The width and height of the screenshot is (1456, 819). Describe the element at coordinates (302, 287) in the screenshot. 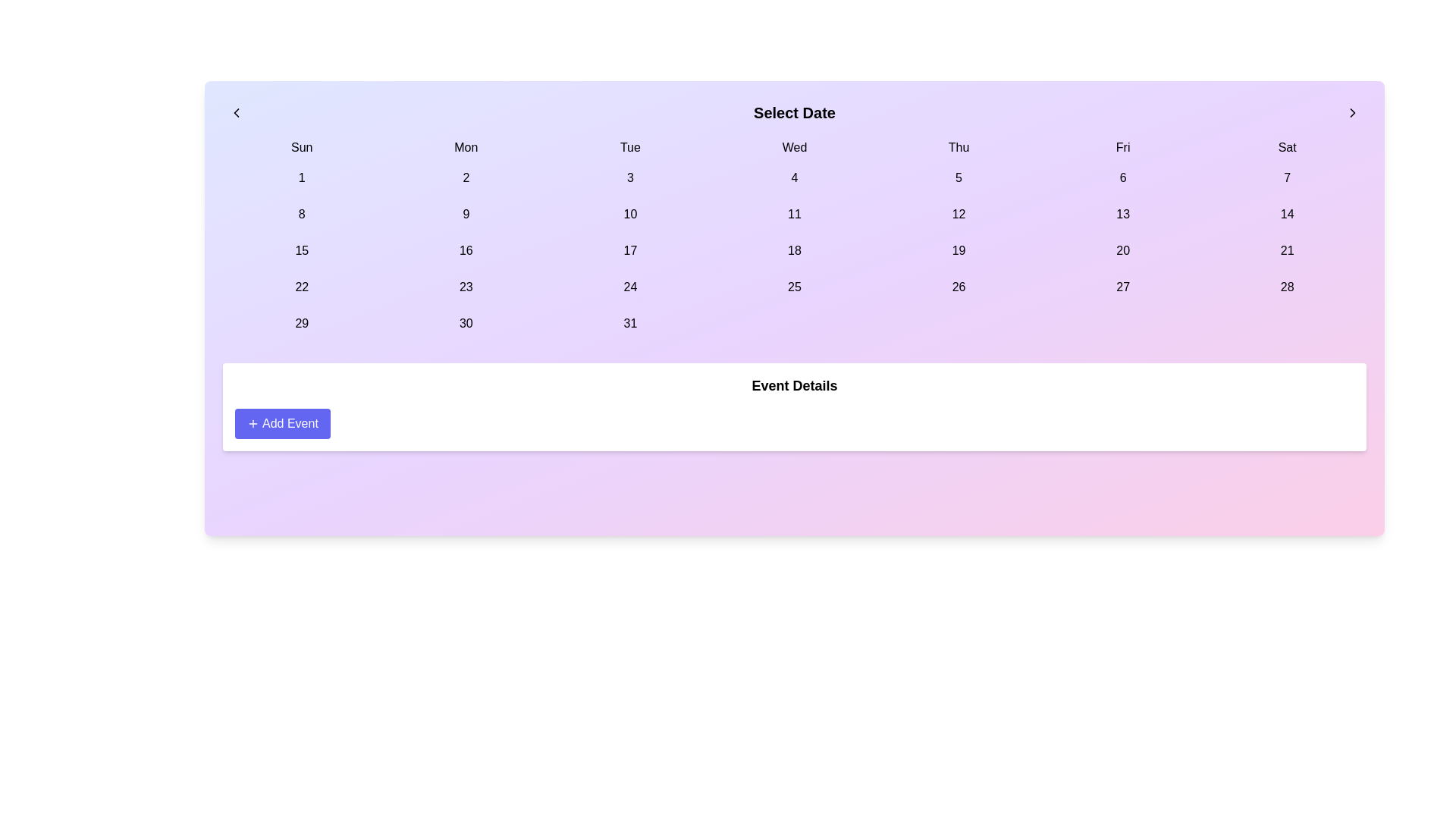

I see `the button displaying the number '22' in large, bold black text, which is located in the fourth row of a calendar-like grid layout` at that location.